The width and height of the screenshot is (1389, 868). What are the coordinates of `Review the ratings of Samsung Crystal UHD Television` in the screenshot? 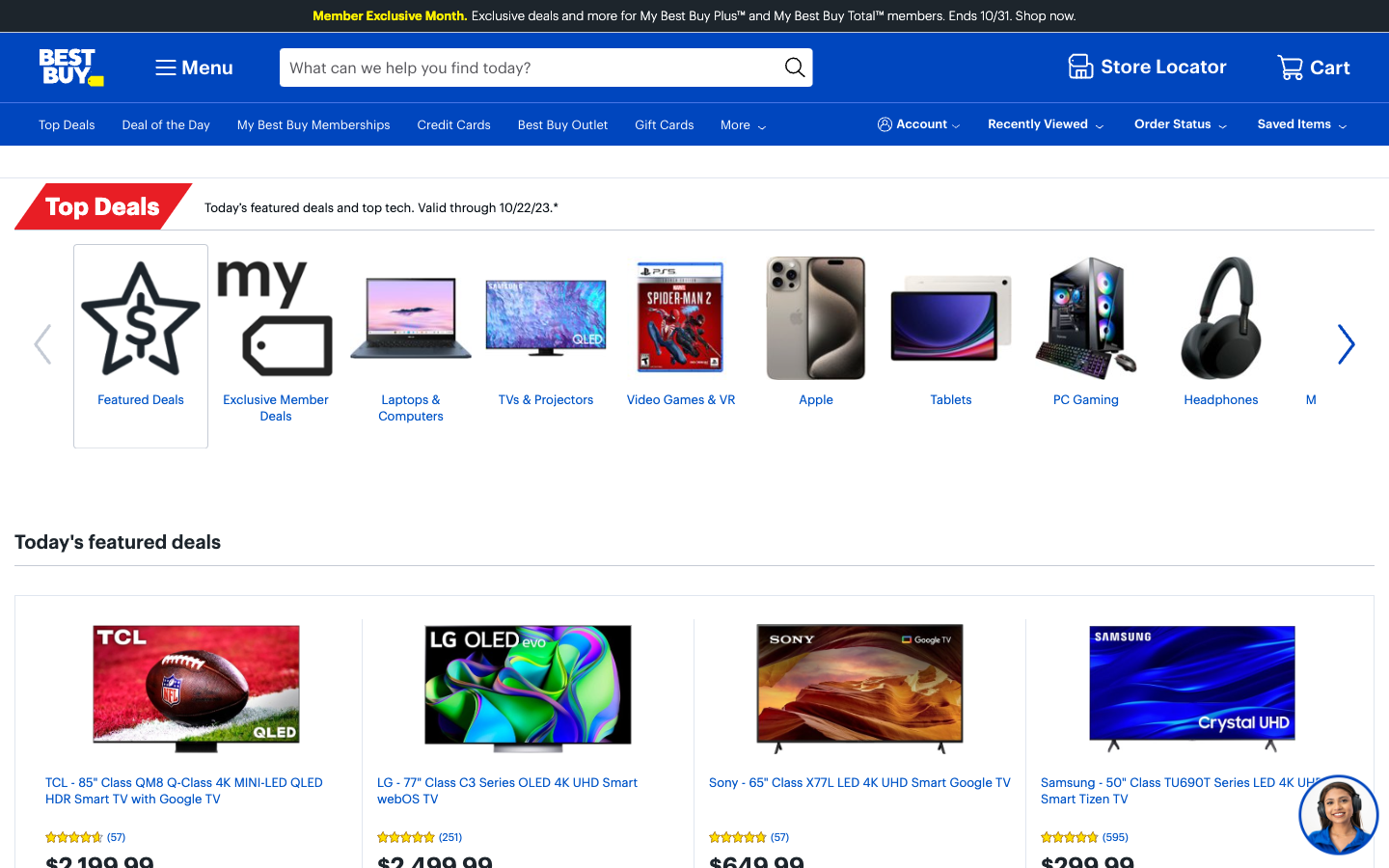 It's located at (1190, 836).